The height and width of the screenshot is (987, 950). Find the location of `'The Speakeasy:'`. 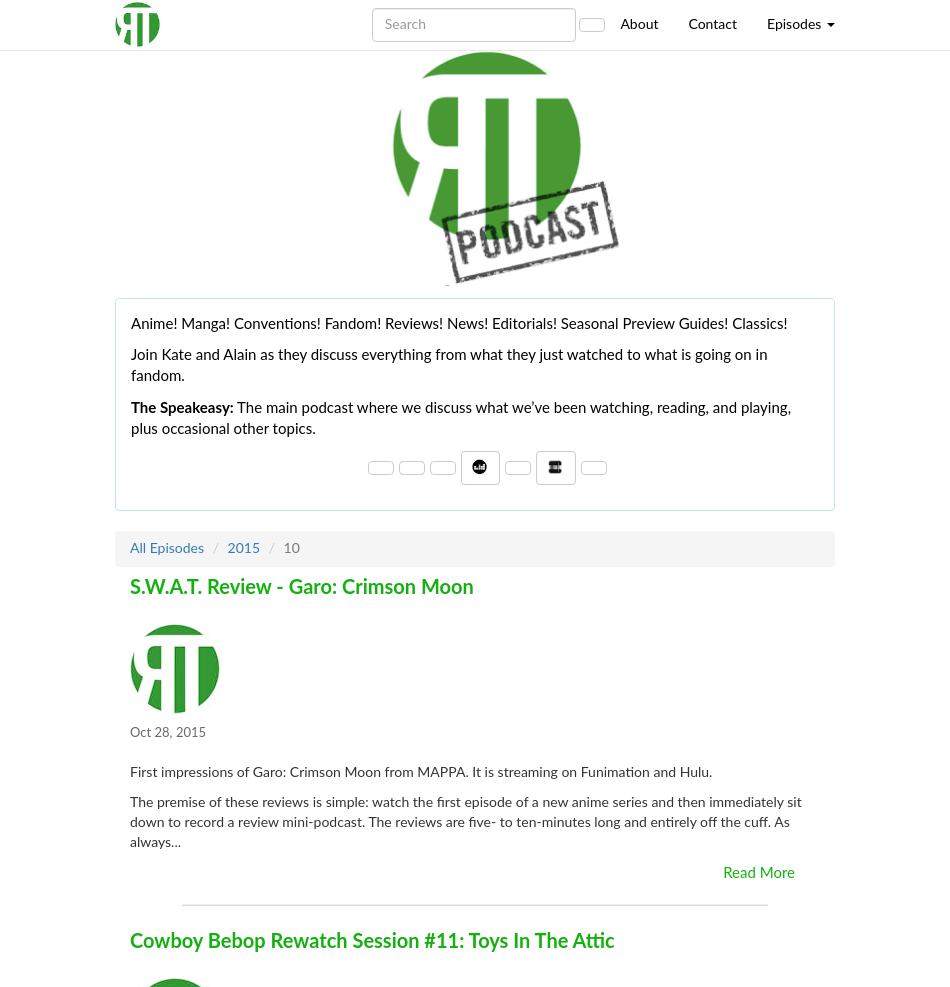

'The Speakeasy:' is located at coordinates (131, 407).